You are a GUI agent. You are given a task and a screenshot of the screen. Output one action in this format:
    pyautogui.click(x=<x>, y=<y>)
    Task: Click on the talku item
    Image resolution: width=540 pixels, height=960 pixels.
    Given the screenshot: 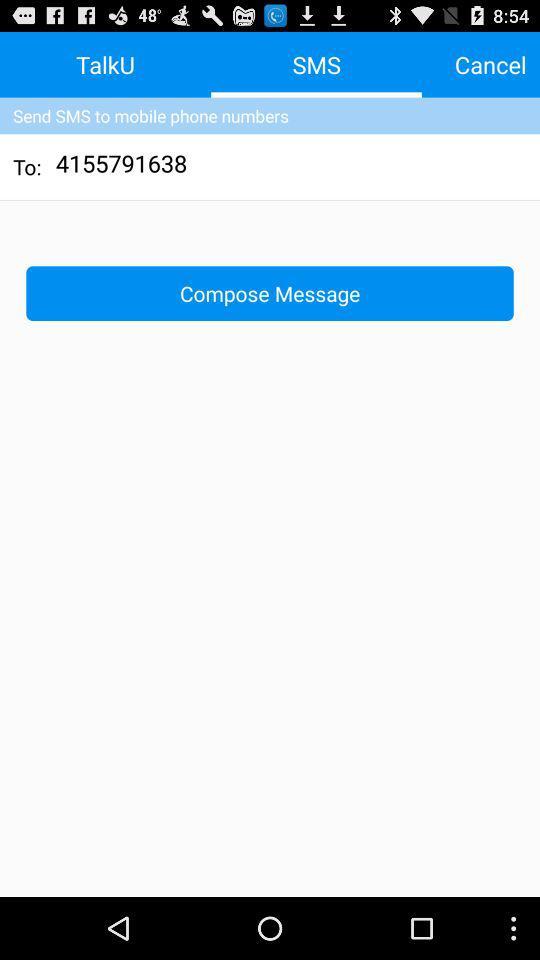 What is the action you would take?
    pyautogui.click(x=105, y=64)
    